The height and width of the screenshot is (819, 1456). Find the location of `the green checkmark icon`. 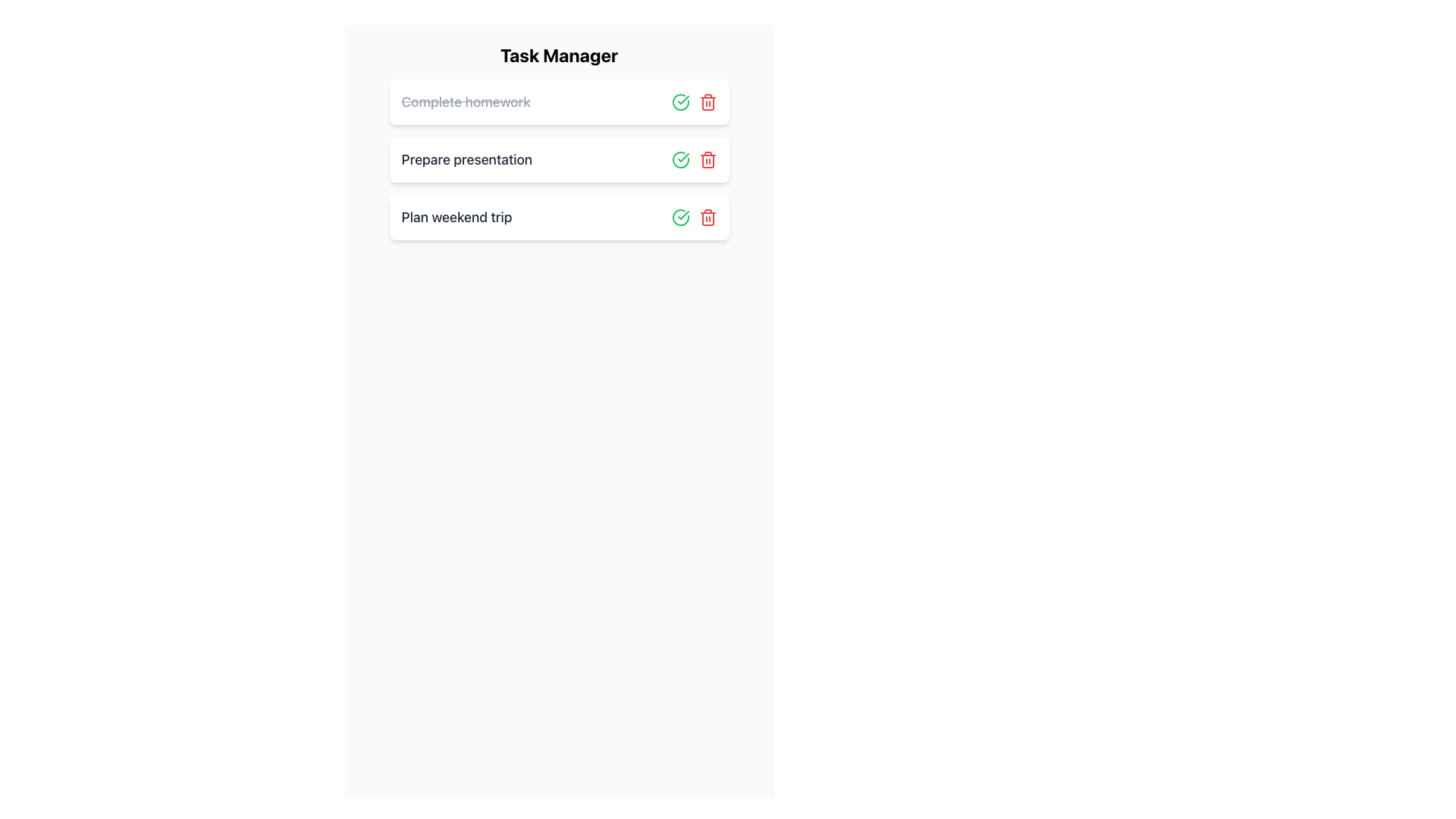

the green checkmark icon is located at coordinates (679, 160).